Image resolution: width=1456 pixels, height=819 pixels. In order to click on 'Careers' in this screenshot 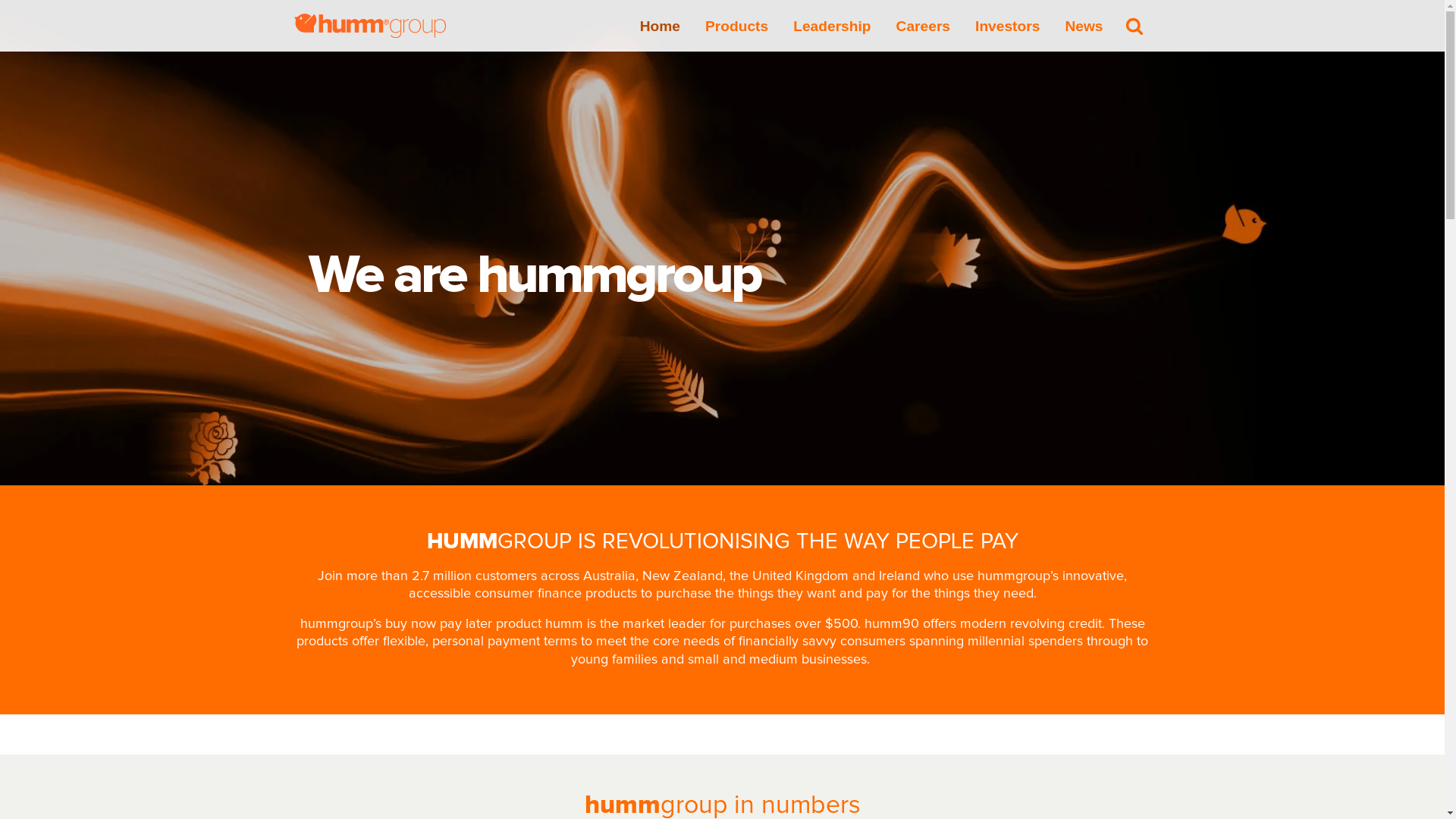, I will do `click(922, 25)`.